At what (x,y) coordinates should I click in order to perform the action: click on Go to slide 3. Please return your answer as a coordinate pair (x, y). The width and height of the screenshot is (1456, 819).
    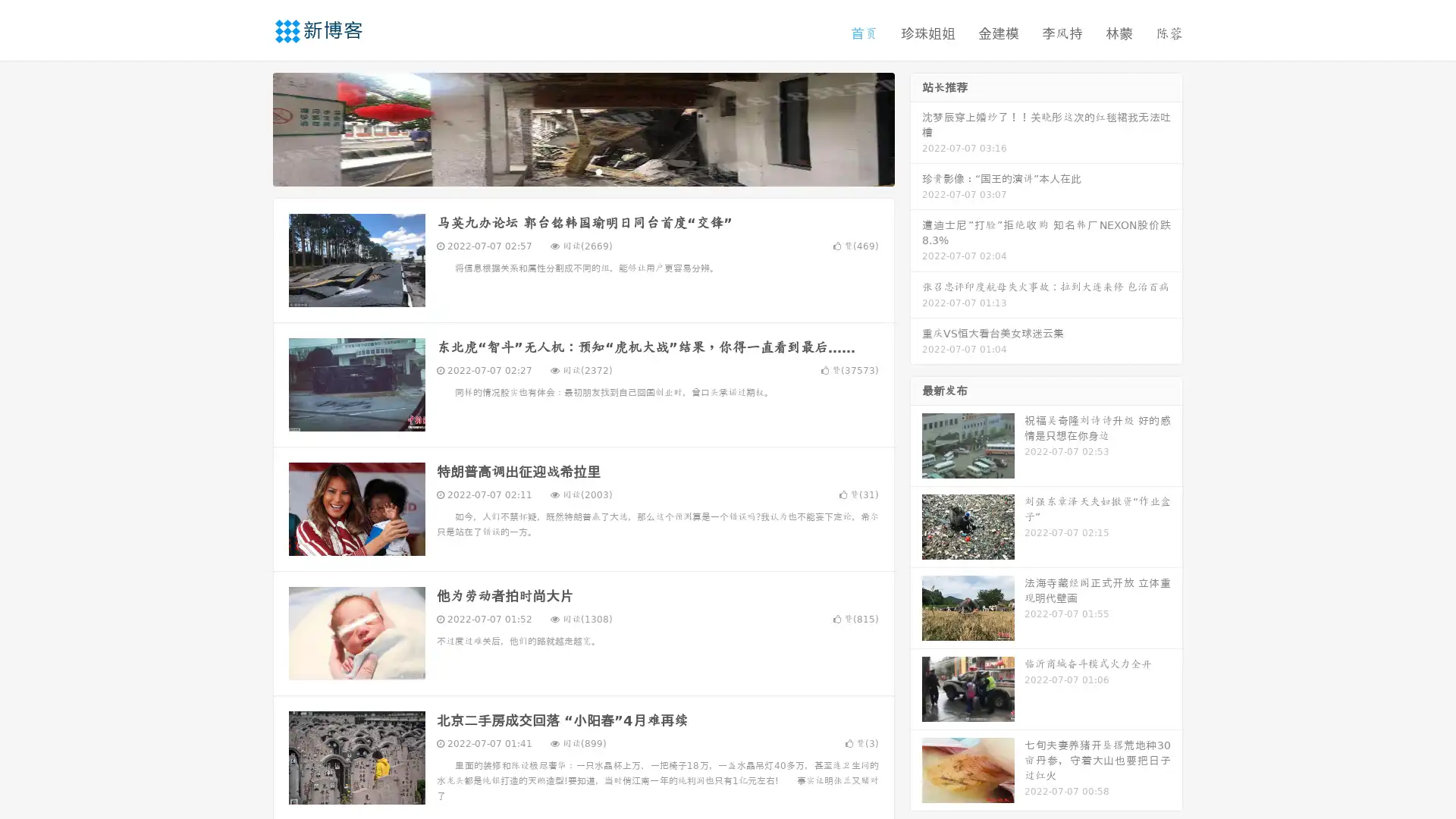
    Looking at the image, I should click on (598, 171).